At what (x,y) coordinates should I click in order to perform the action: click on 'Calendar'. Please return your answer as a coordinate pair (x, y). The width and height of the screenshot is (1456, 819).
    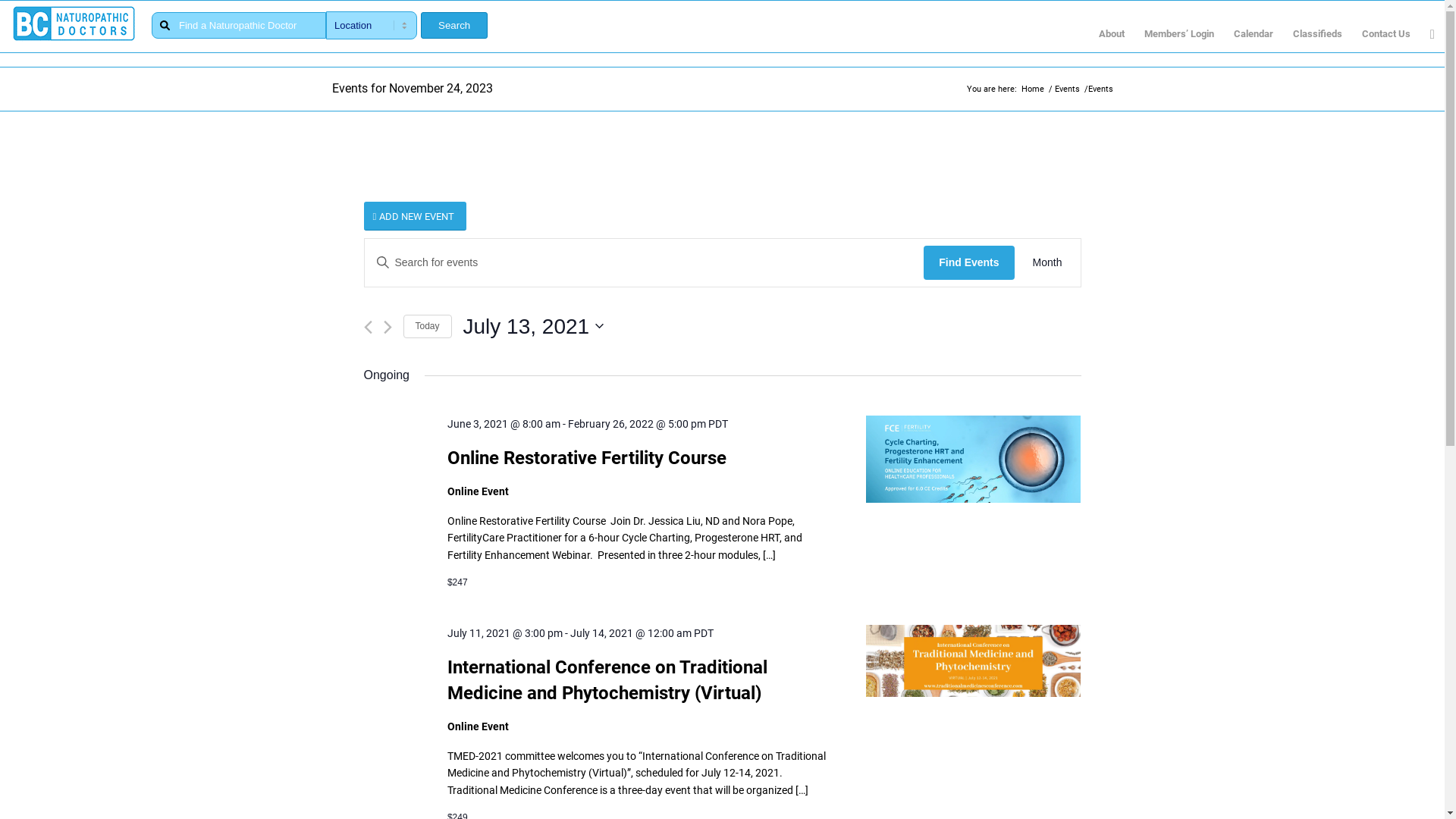
    Looking at the image, I should click on (1253, 34).